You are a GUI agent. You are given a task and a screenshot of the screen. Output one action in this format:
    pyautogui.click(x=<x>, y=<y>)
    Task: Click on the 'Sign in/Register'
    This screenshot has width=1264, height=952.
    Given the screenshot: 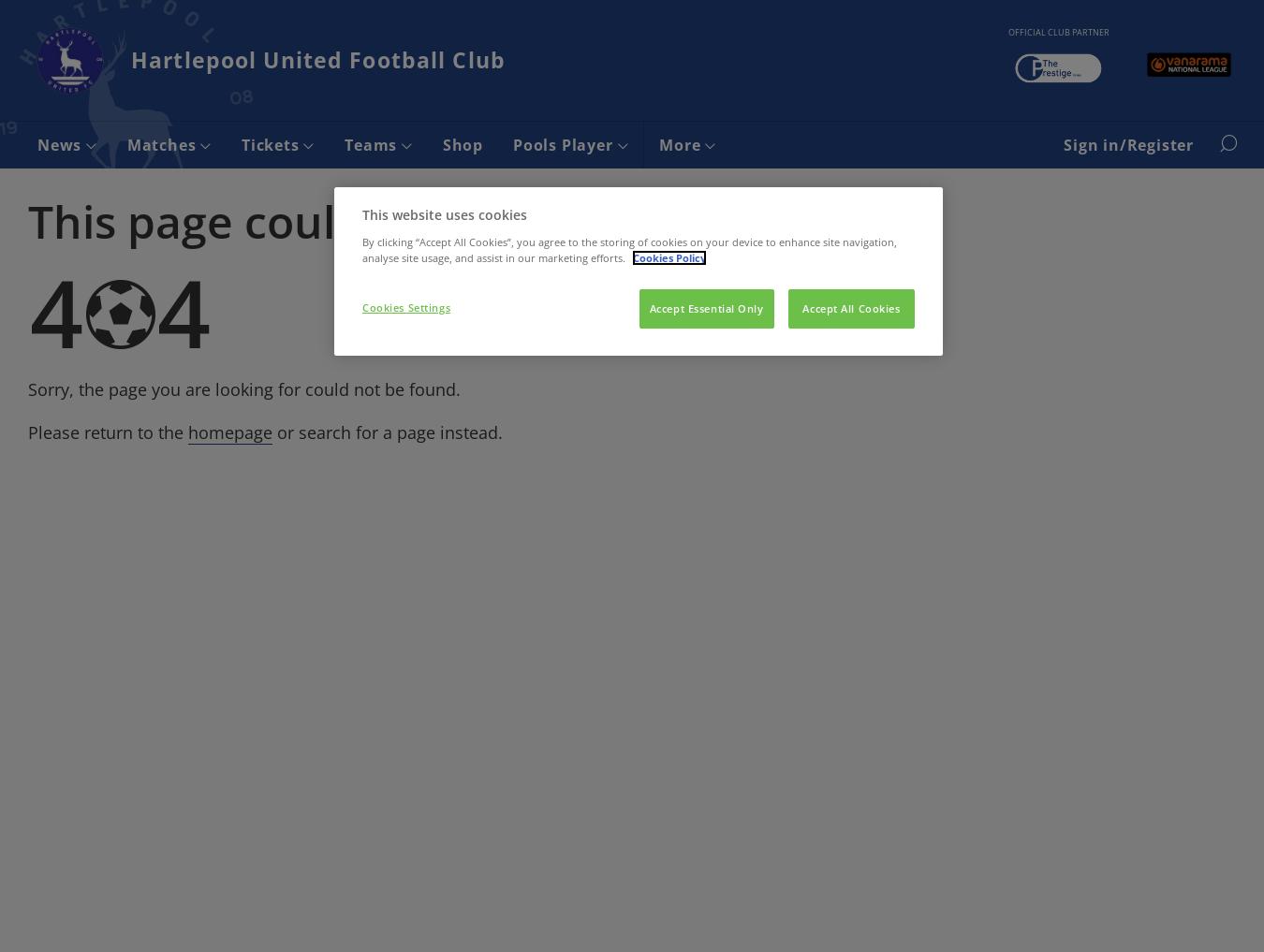 What is the action you would take?
    pyautogui.click(x=1127, y=143)
    